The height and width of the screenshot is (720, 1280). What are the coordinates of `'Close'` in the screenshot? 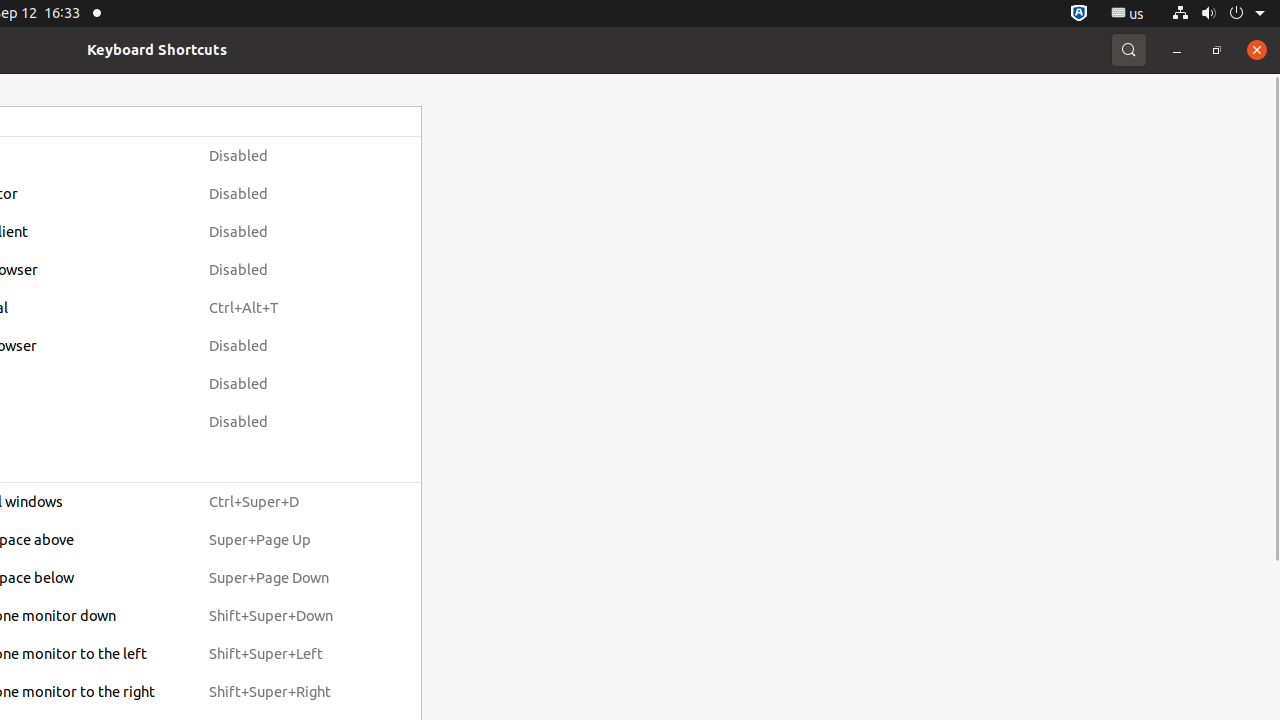 It's located at (1255, 48).